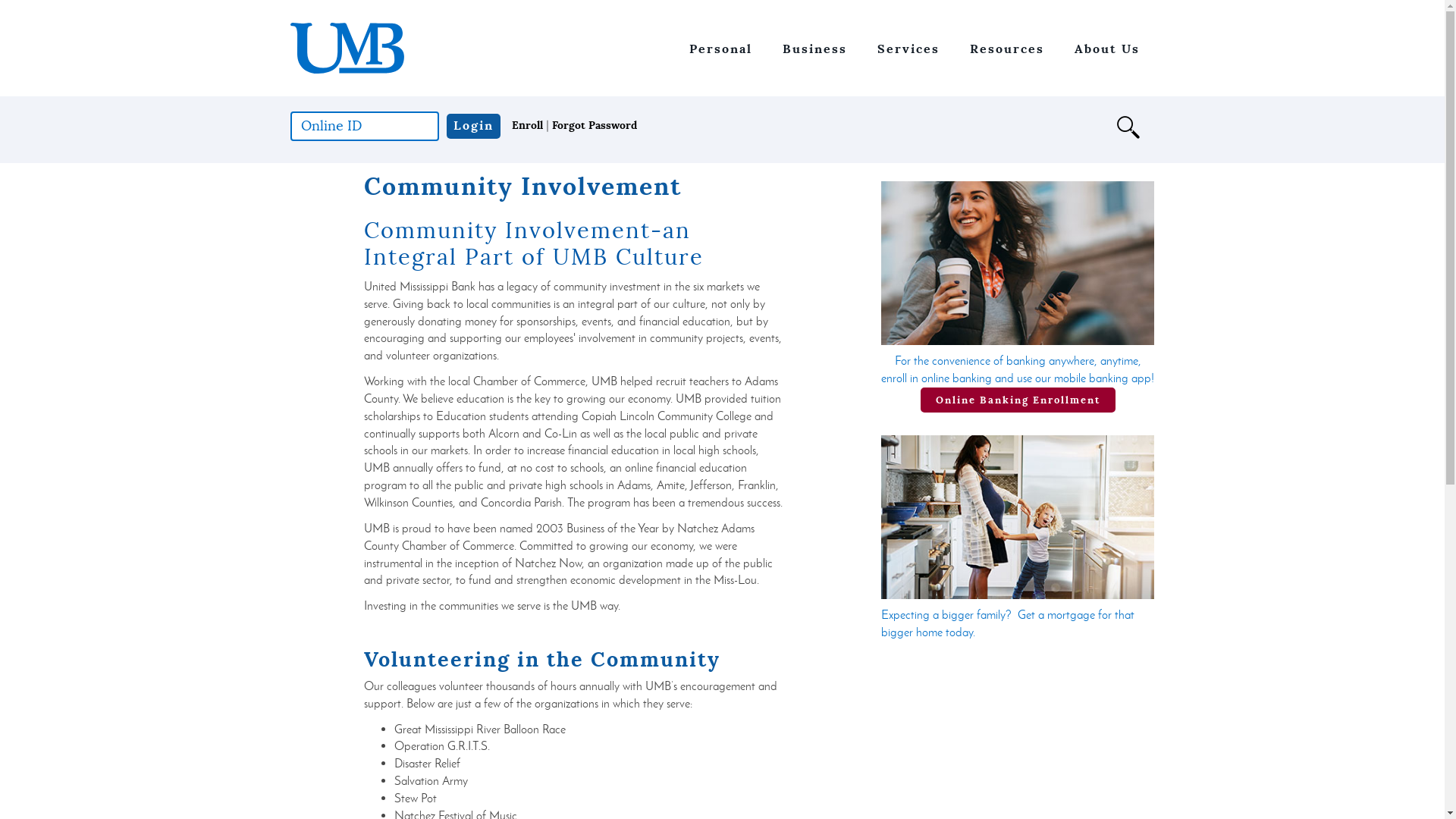  I want to click on 'United Mississippi Bank, Natchez, MS', so click(290, 47).